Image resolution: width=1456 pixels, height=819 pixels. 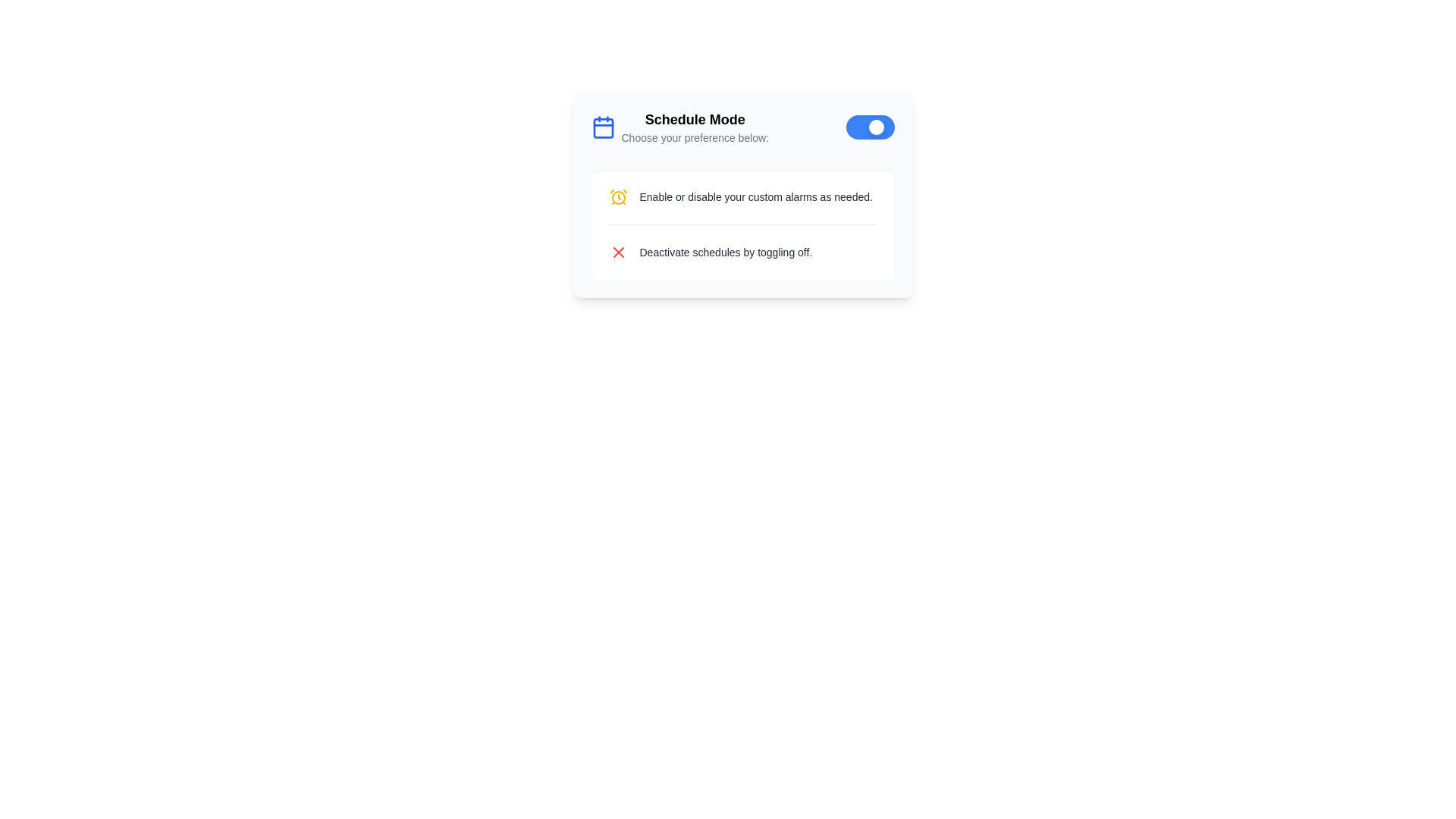 What do you see at coordinates (725, 251) in the screenshot?
I see `the text label reading 'Deactivate schedules by toggling off.' which is located to the right of a red 'X' icon within the 'Schedule Mode' section of the interface` at bounding box center [725, 251].